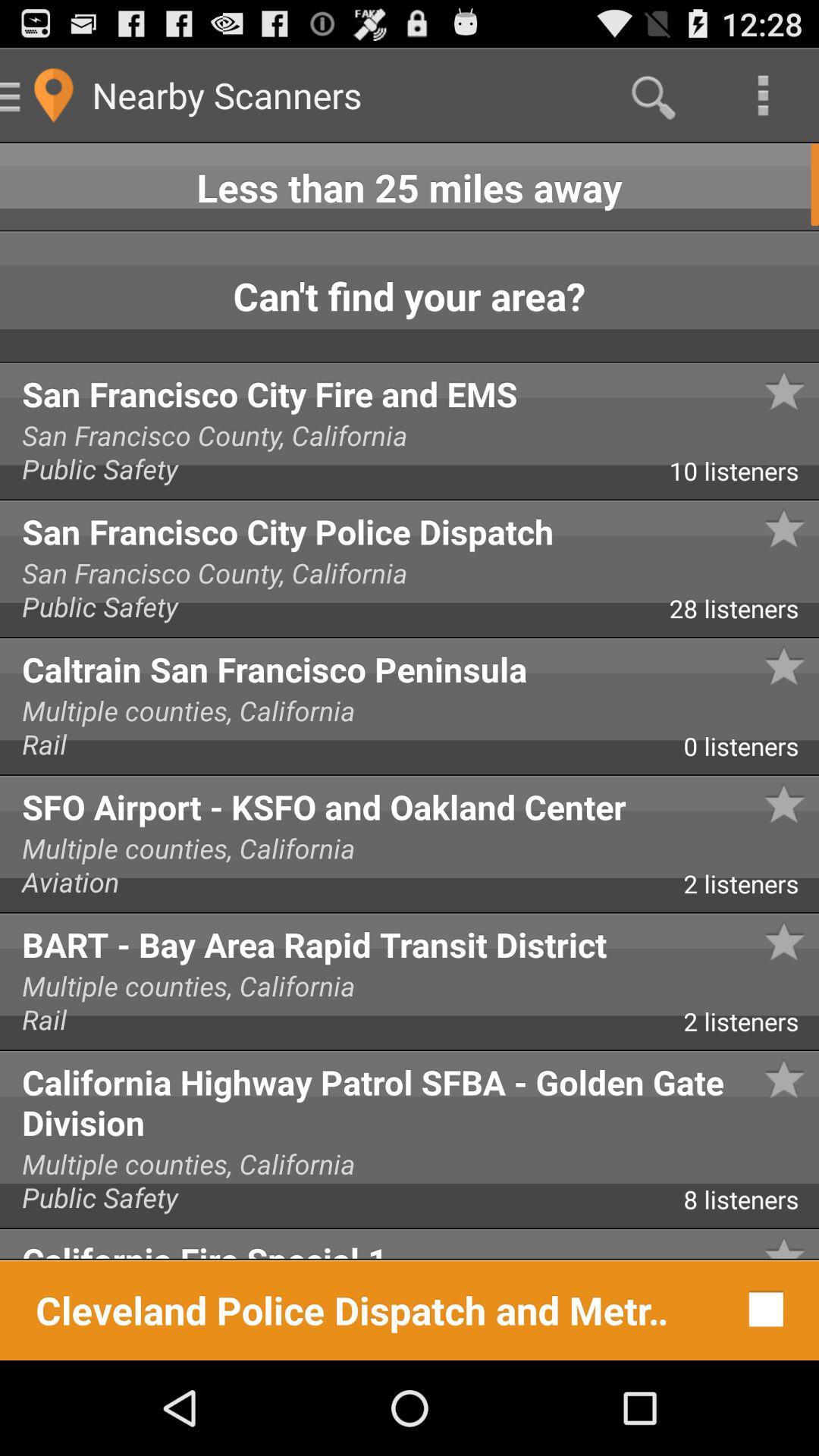 The width and height of the screenshot is (819, 1456). What do you see at coordinates (751, 1204) in the screenshot?
I see `the app above the california fire special icon` at bounding box center [751, 1204].